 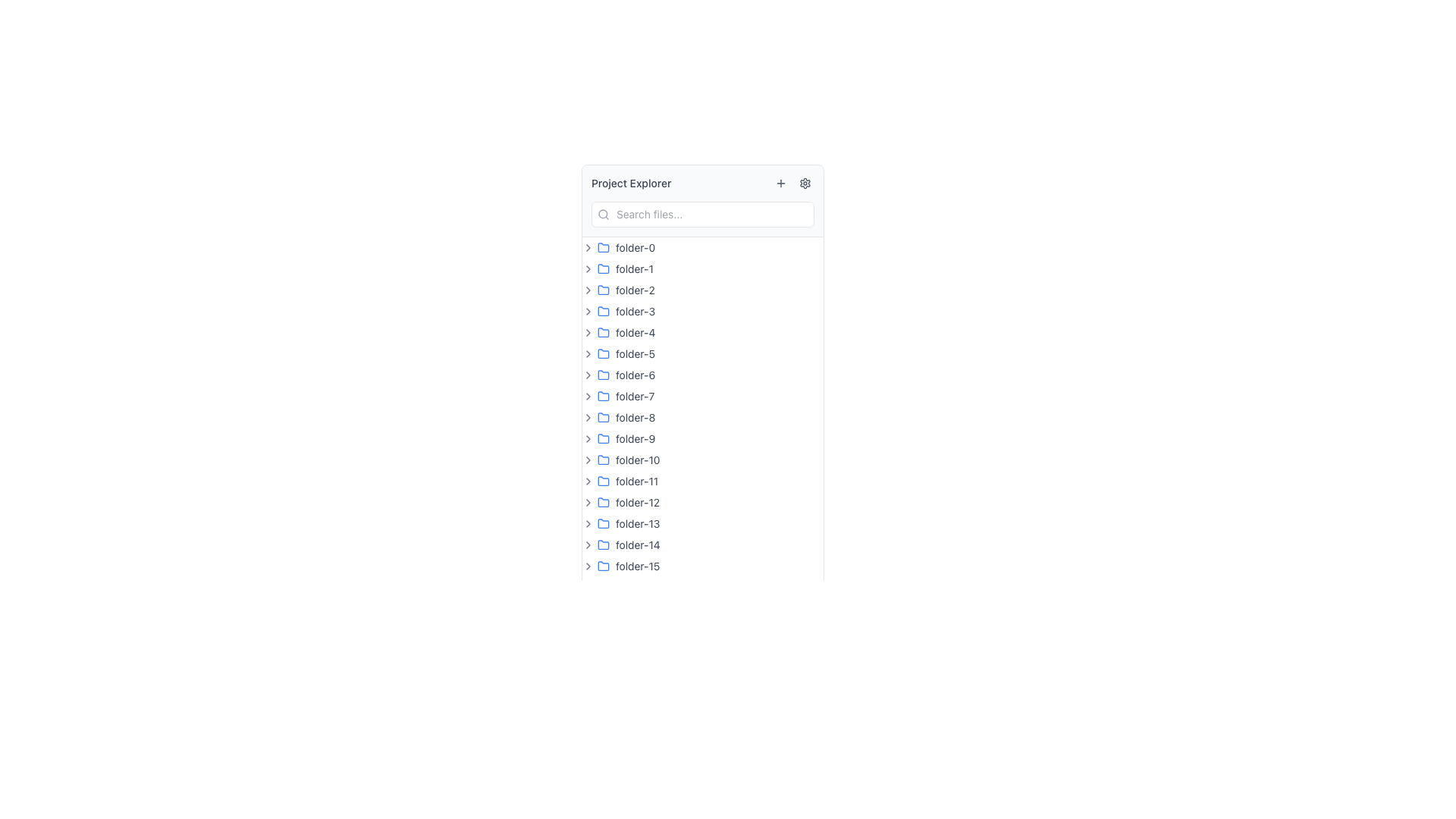 What do you see at coordinates (588, 332) in the screenshot?
I see `the chevron icon` at bounding box center [588, 332].